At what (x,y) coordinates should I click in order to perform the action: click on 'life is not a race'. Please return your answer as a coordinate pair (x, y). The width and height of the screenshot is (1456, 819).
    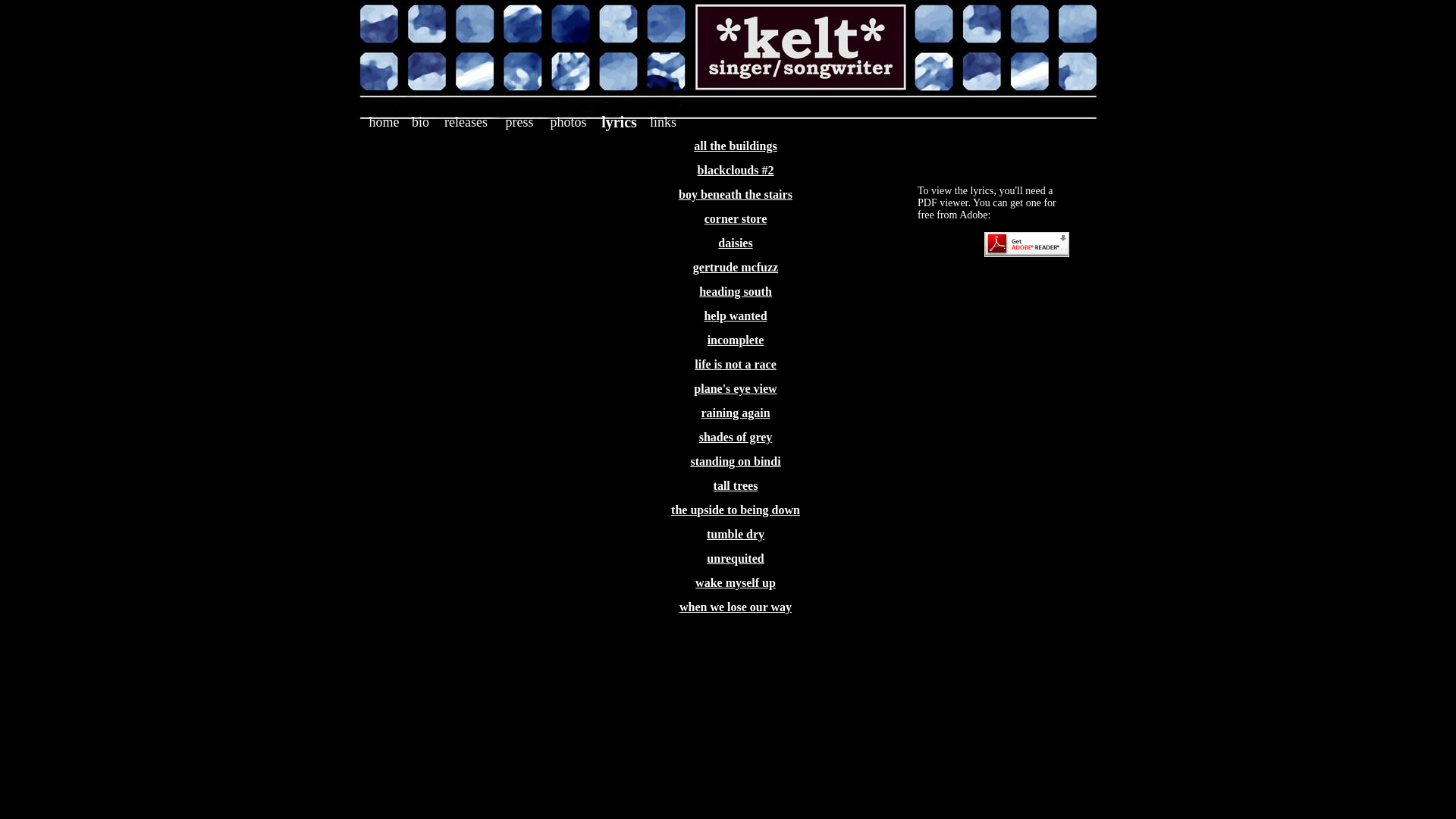
    Looking at the image, I should click on (735, 364).